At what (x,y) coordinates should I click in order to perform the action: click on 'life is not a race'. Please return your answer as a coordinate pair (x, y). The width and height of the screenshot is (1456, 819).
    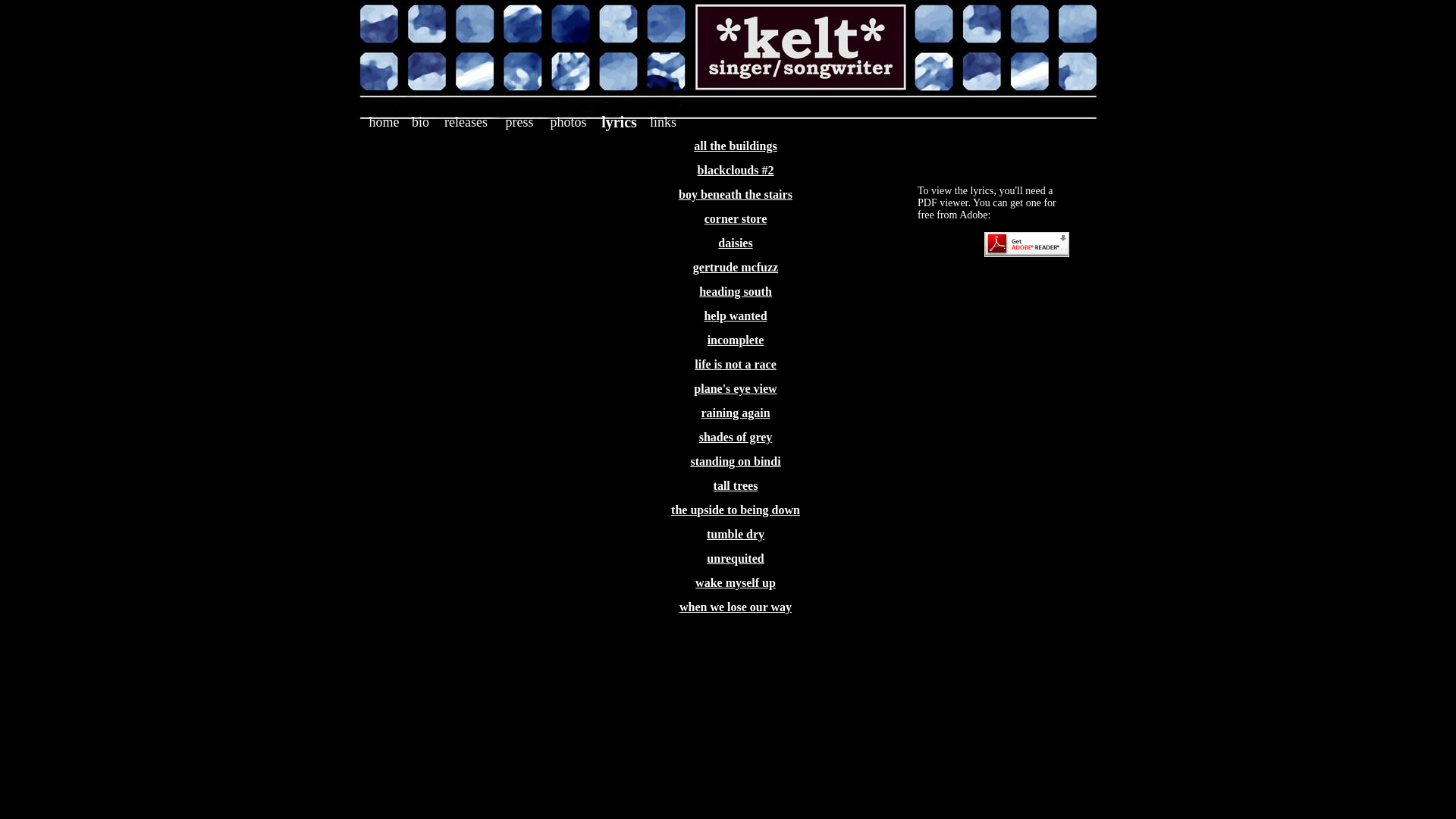
    Looking at the image, I should click on (735, 364).